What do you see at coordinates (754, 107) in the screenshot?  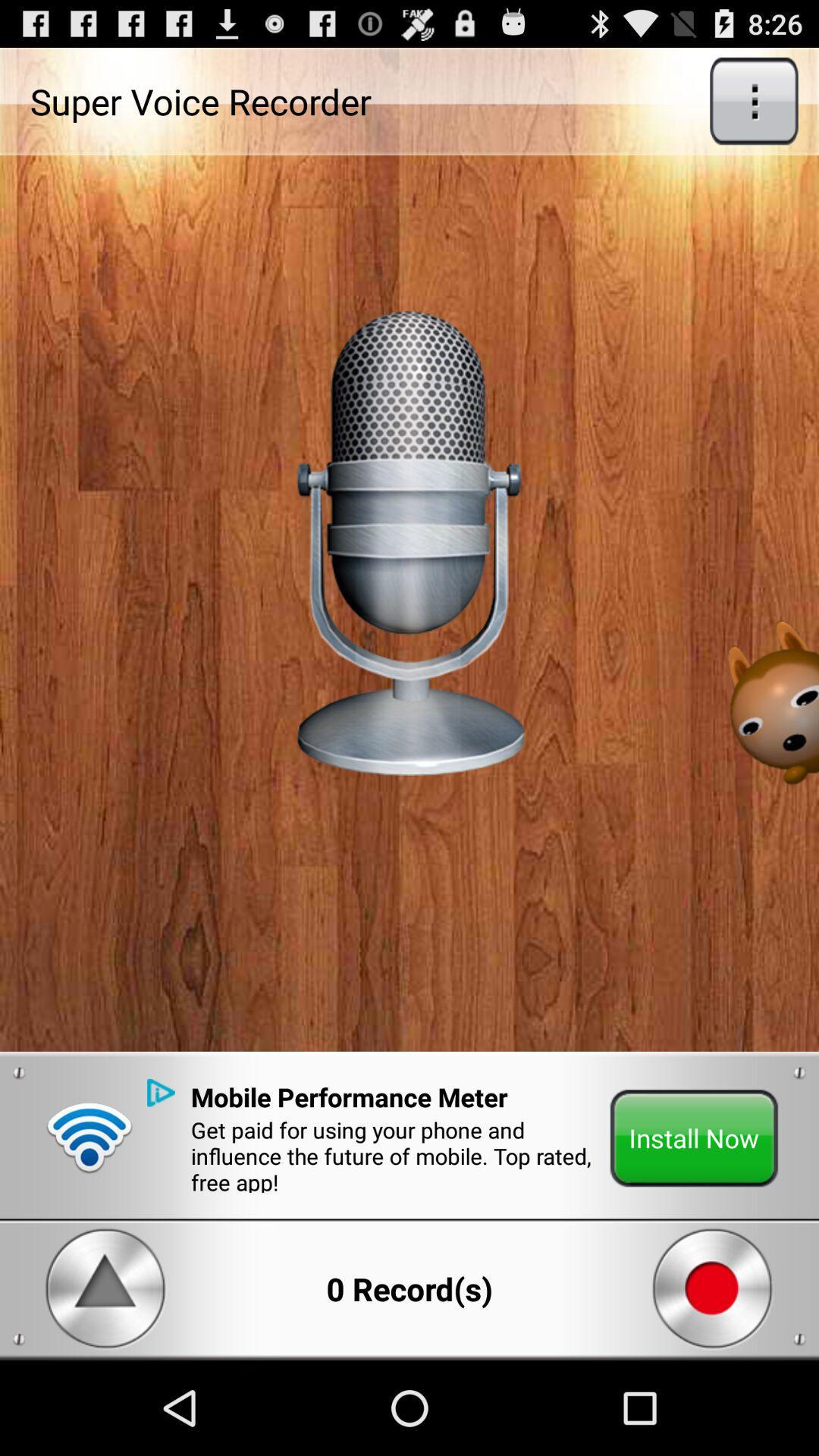 I see `the more icon` at bounding box center [754, 107].